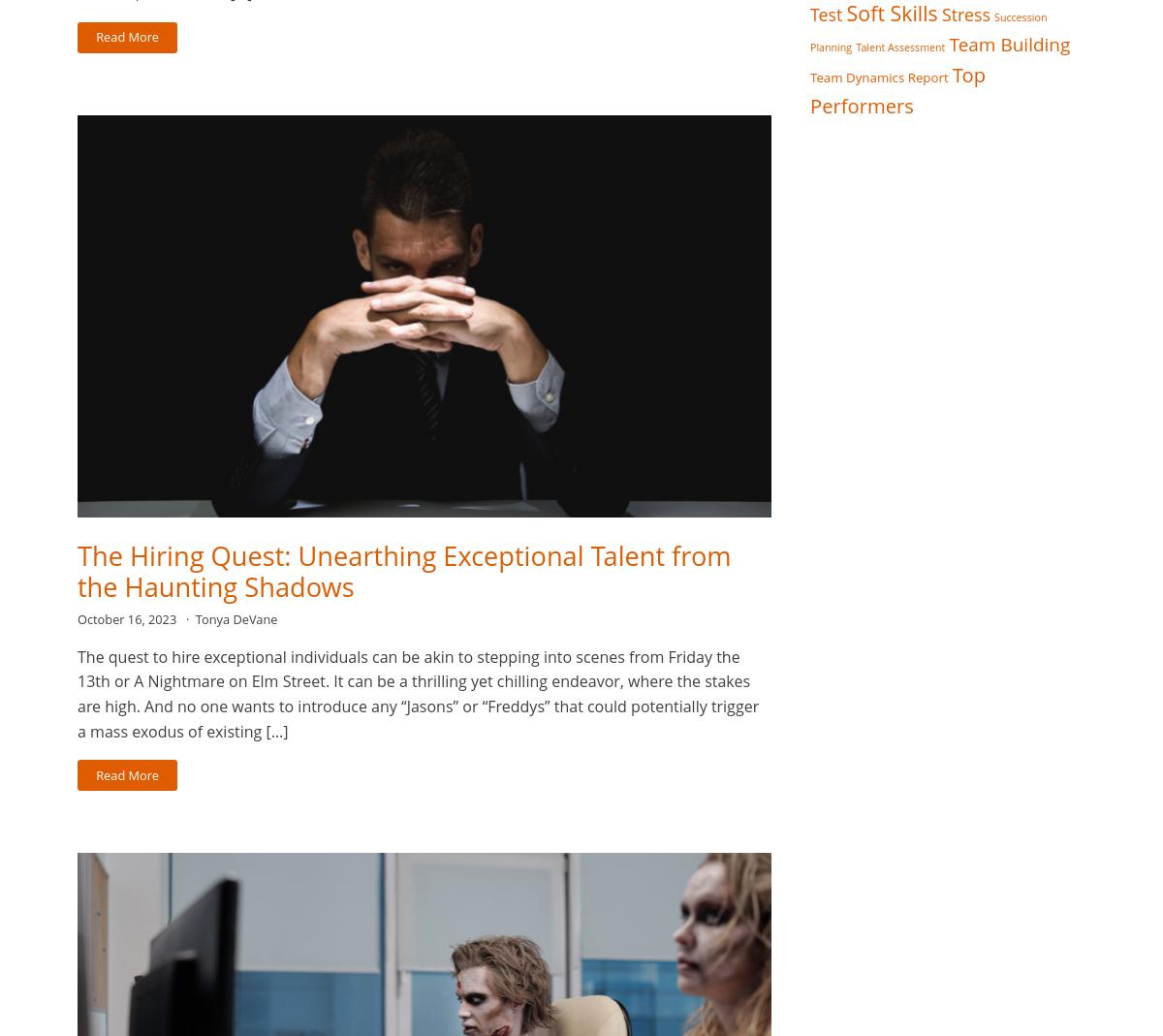  What do you see at coordinates (897, 89) in the screenshot?
I see `'Top Performers'` at bounding box center [897, 89].